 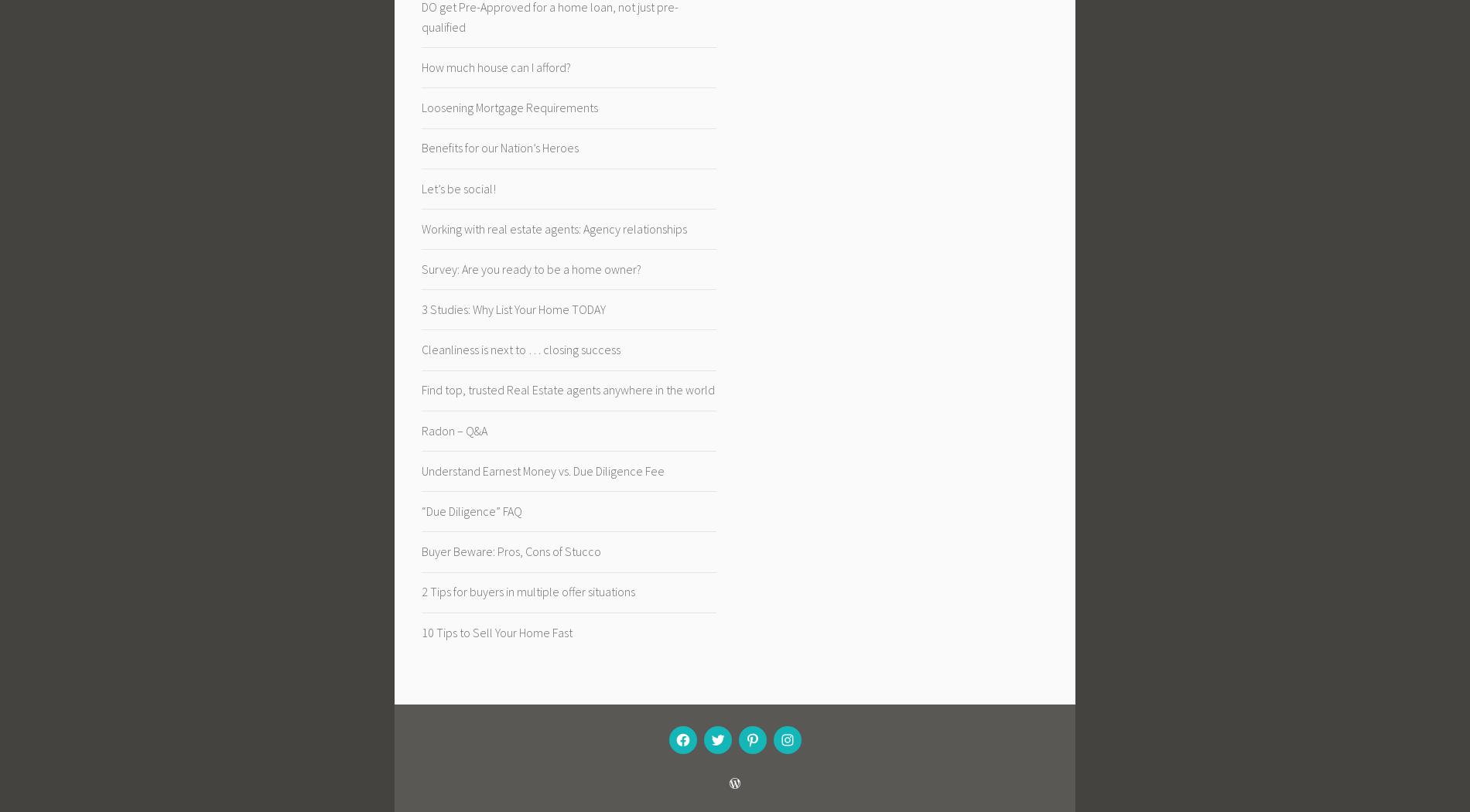 I want to click on 'Loosening Mortgage Requirements', so click(x=421, y=107).